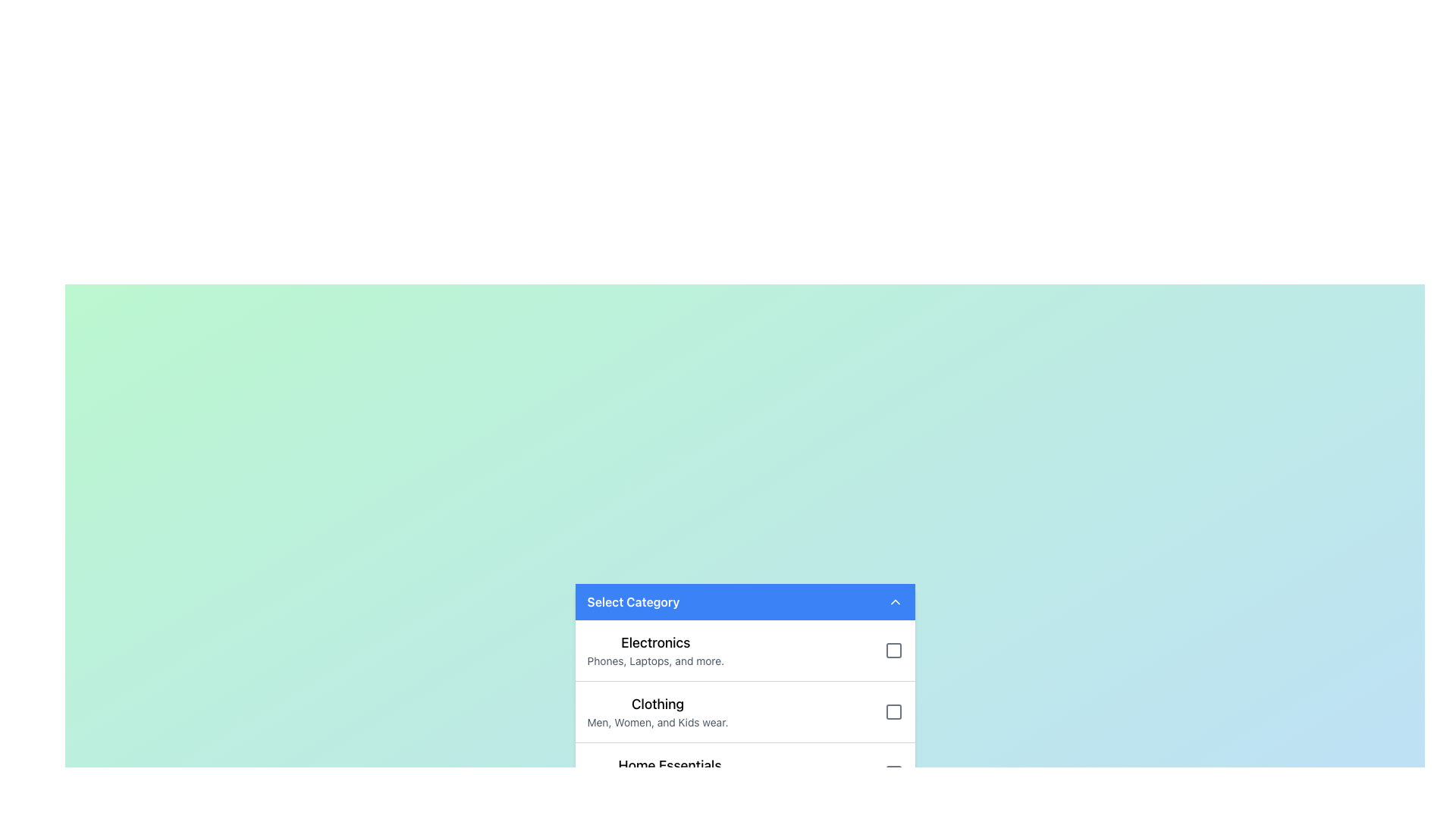  Describe the element at coordinates (893, 649) in the screenshot. I see `the small square icon with rounded corners located to the far right of the 'Electronics' section in the 'Select Category' list` at that location.